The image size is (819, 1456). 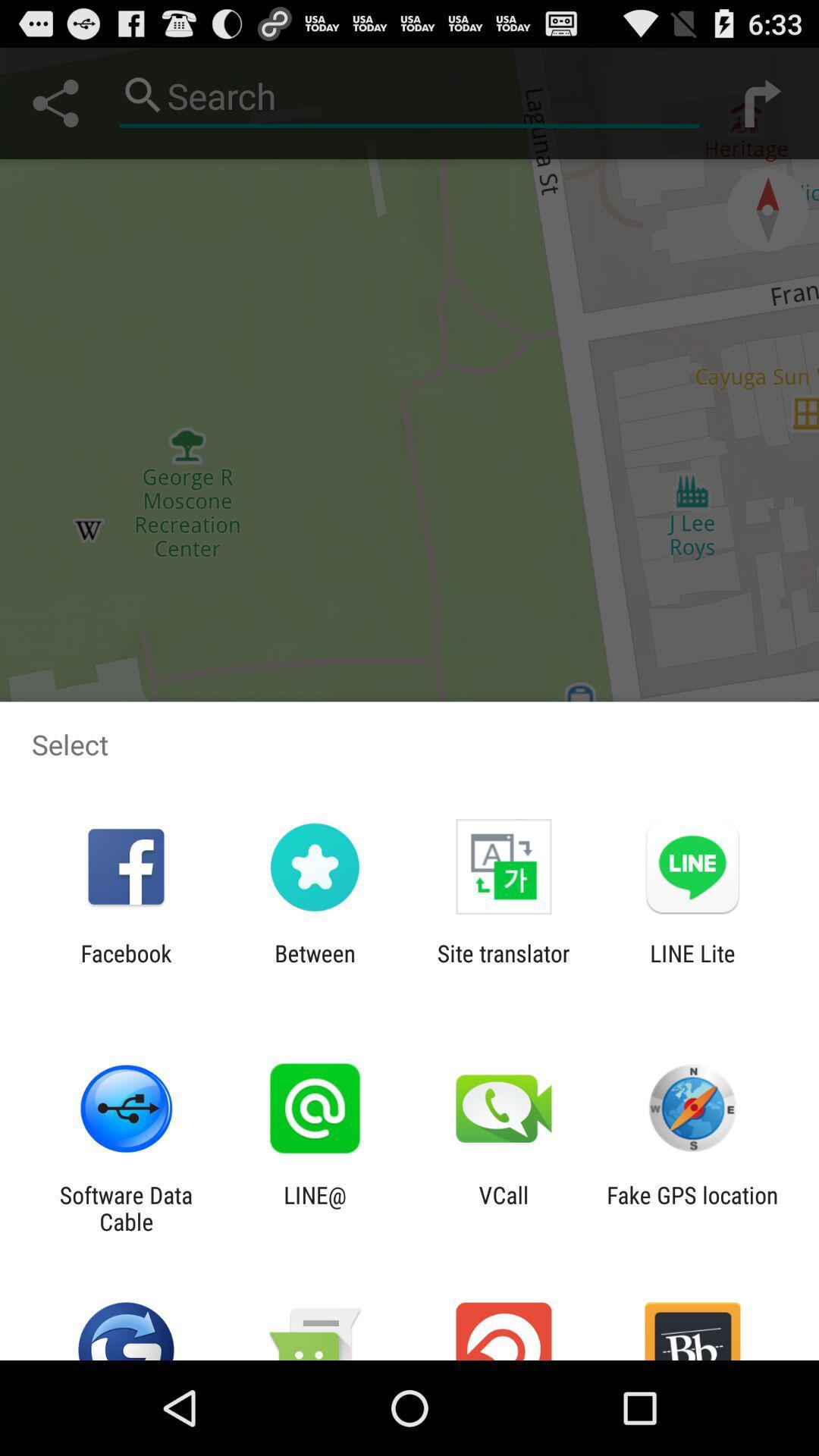 I want to click on the site translator, so click(x=504, y=966).